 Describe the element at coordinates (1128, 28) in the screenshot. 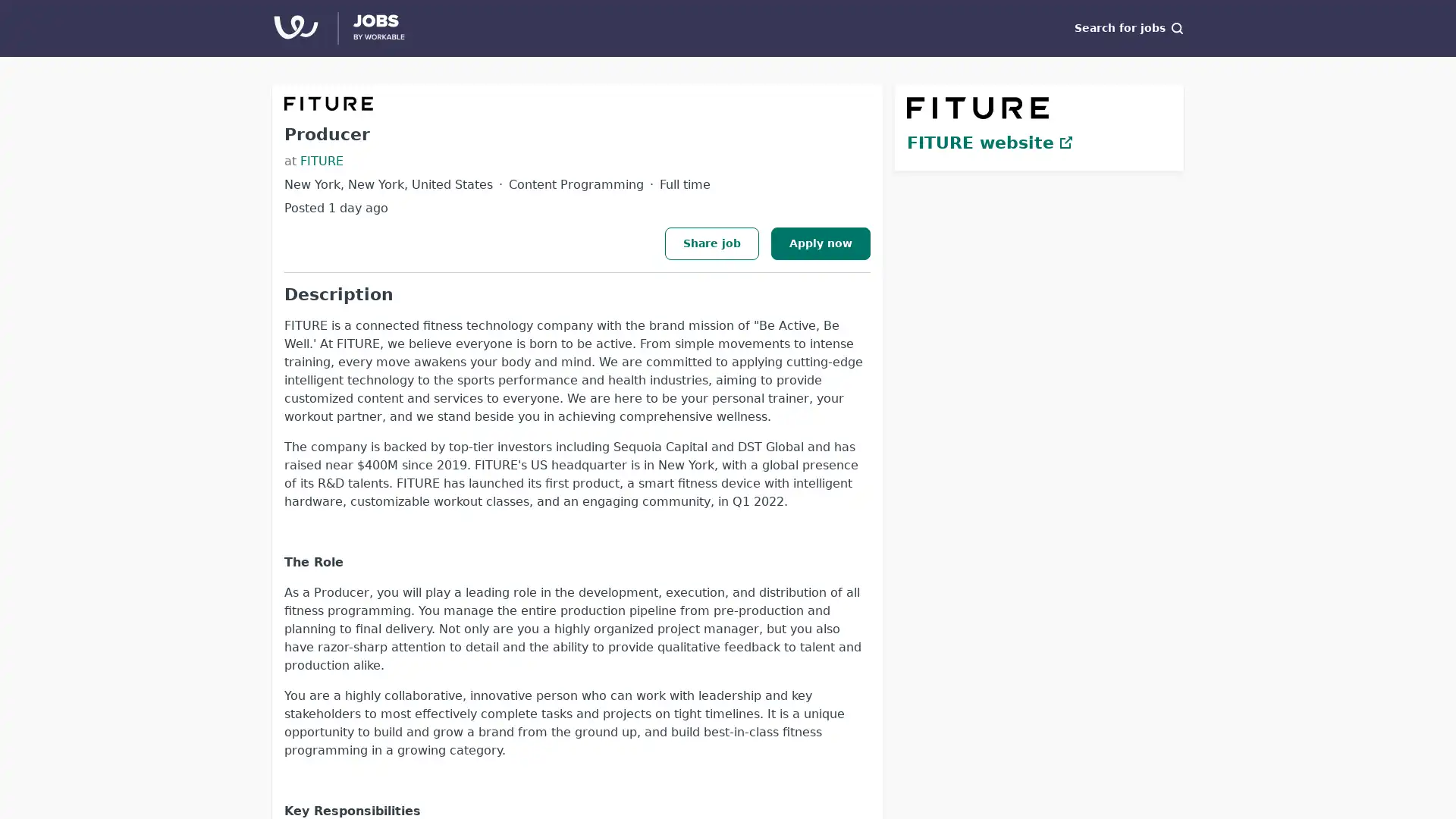

I see `Search for jobs` at that location.